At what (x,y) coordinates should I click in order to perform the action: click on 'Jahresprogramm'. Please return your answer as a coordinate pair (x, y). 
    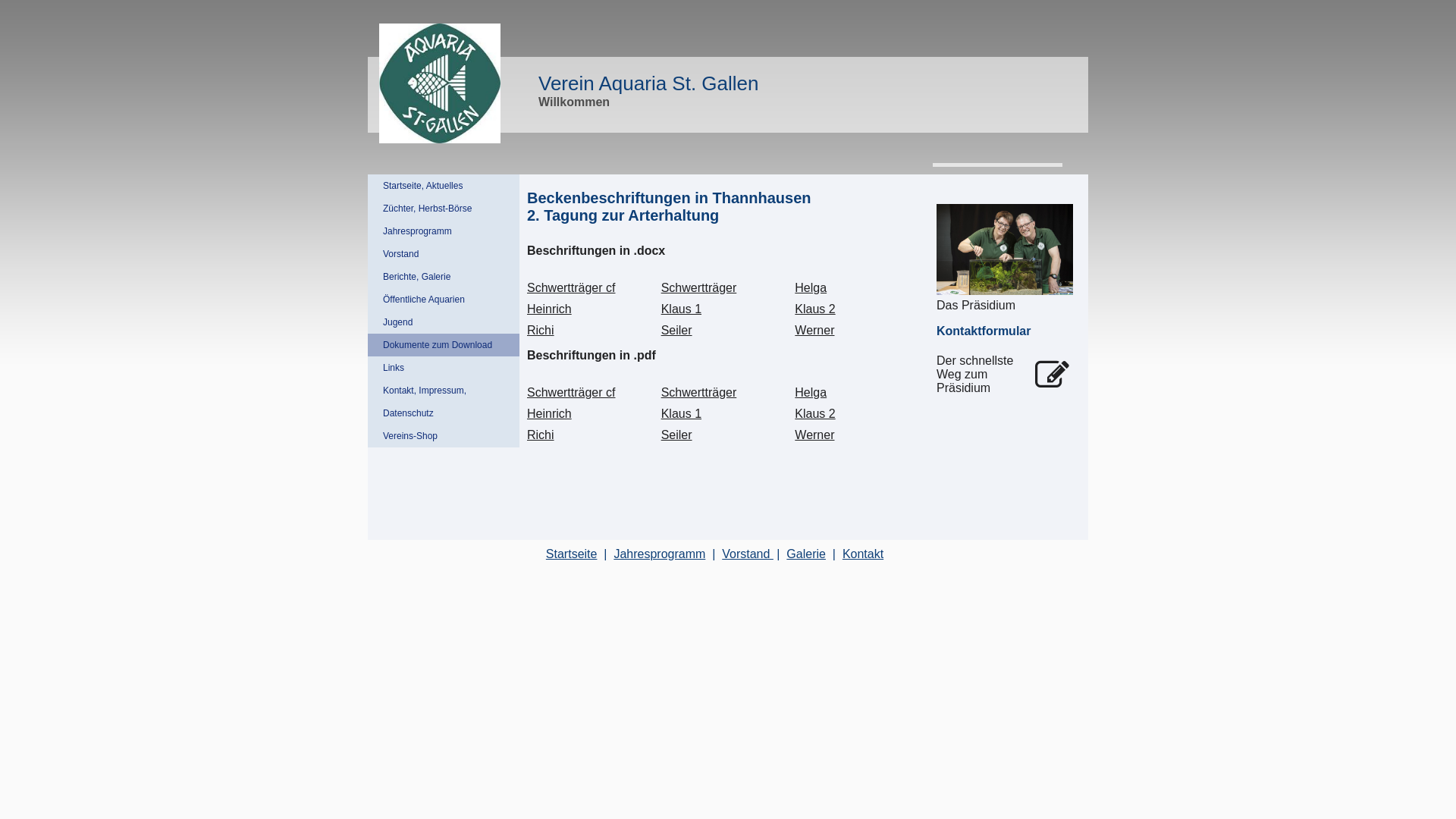
    Looking at the image, I should click on (659, 554).